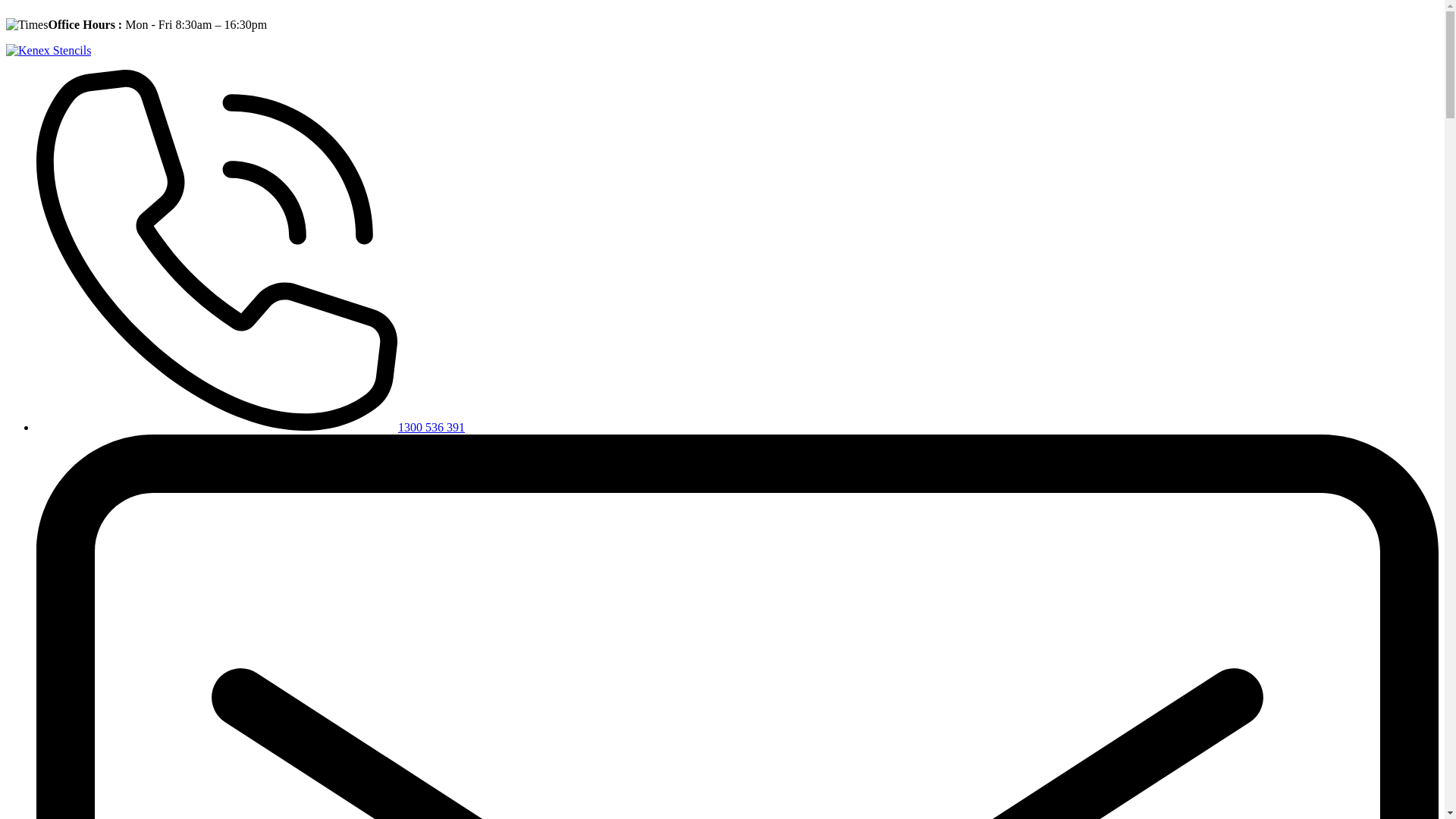 This screenshot has width=1456, height=819. I want to click on 'Times', so click(27, 25).